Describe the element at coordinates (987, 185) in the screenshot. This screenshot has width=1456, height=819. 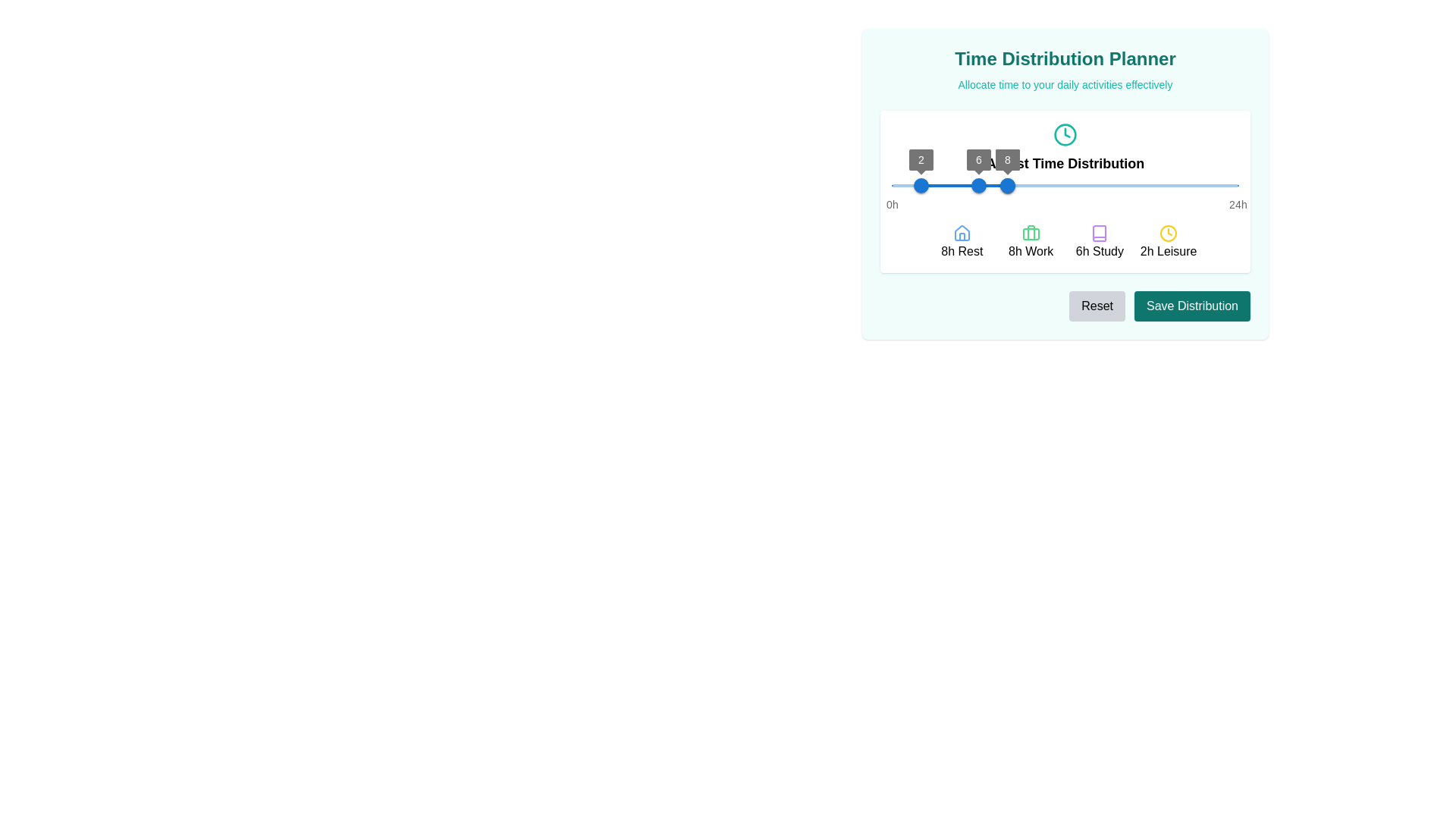
I see `the time slider` at that location.